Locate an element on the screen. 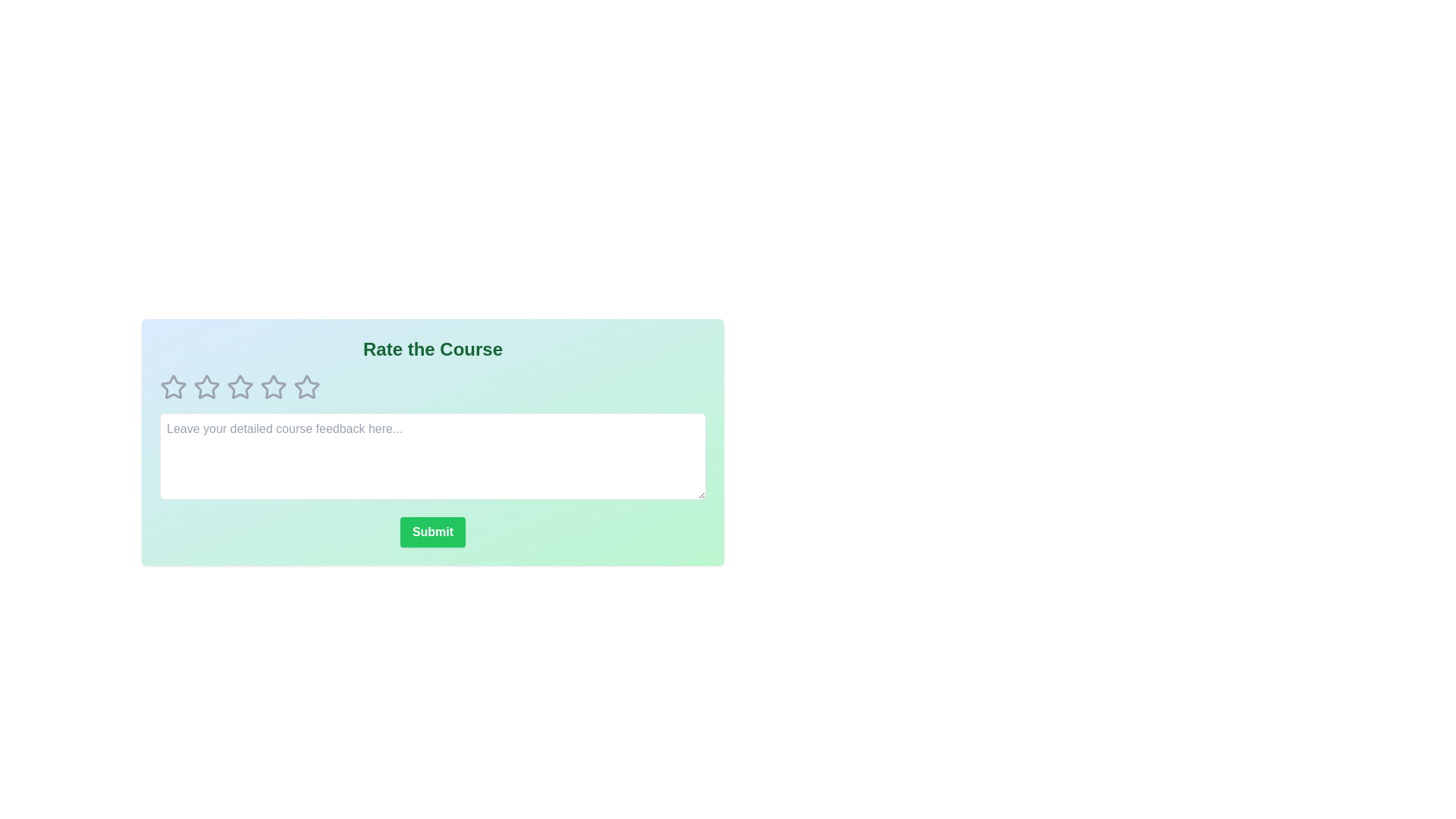 This screenshot has width=1456, height=819. the course rating to 5 stars by clicking on the corresponding star is located at coordinates (306, 386).